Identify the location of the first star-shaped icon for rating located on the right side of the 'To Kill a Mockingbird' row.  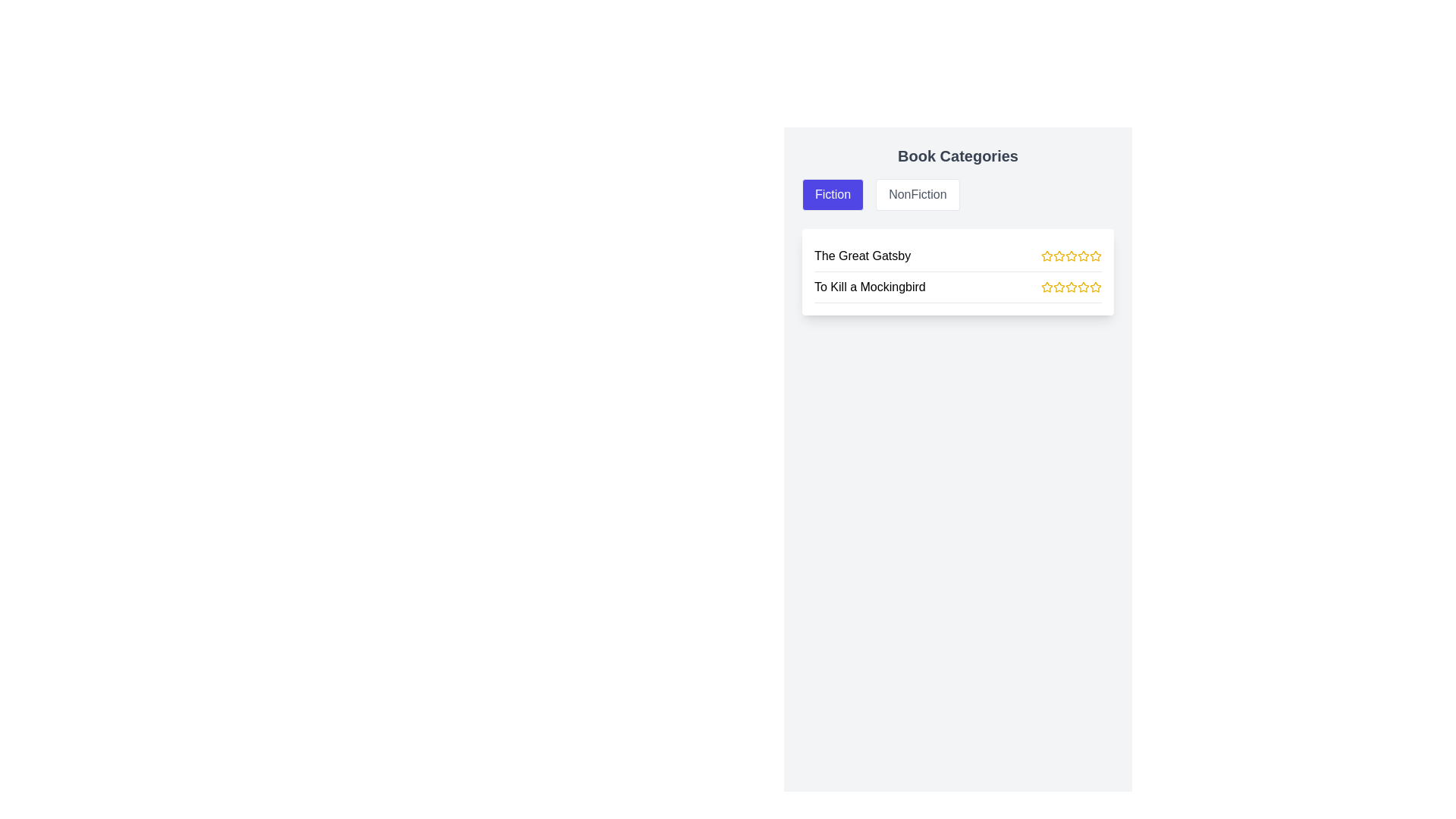
(1046, 287).